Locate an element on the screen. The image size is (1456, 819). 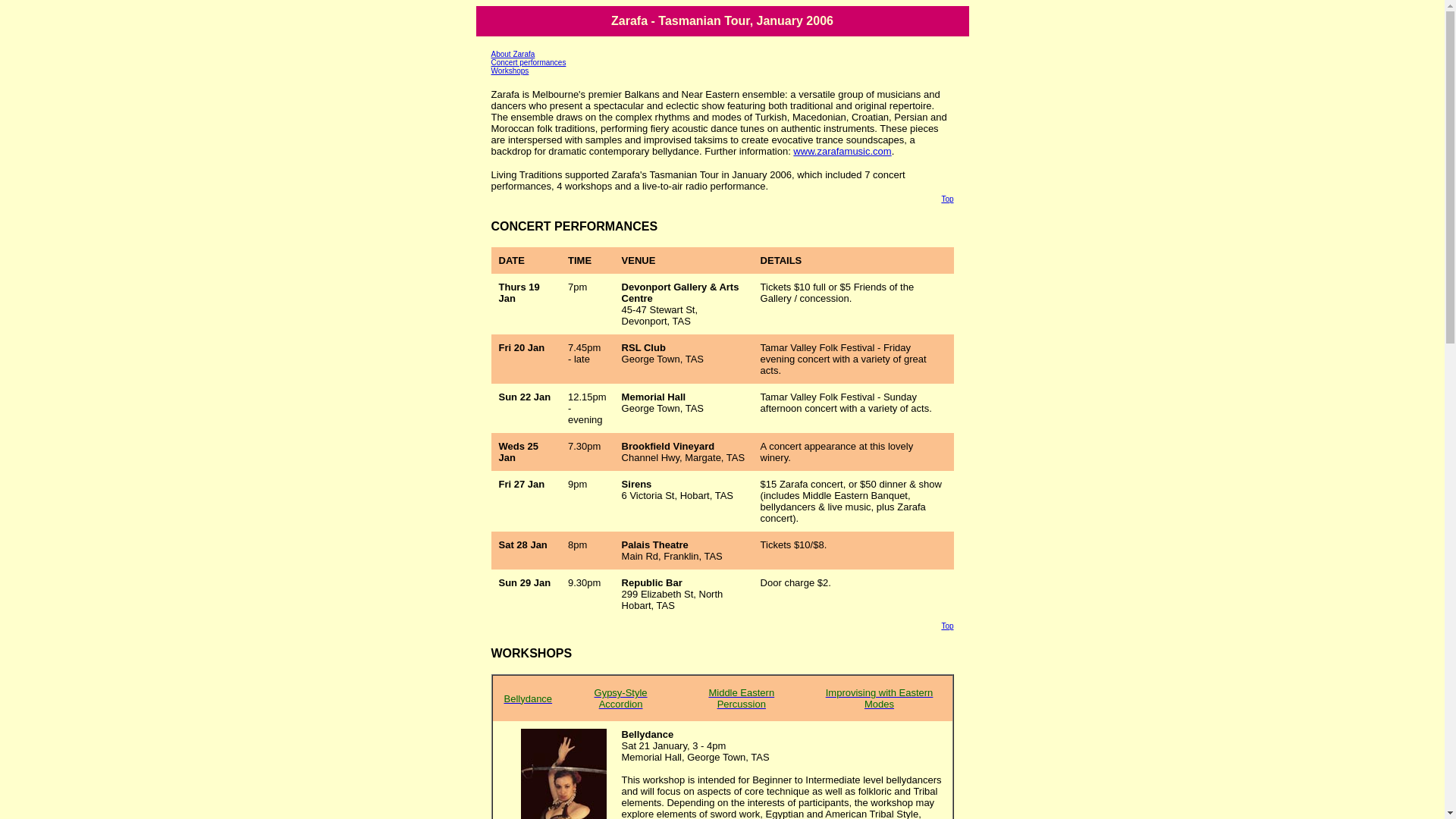
'www.zarafamusic.com' is located at coordinates (841, 151).